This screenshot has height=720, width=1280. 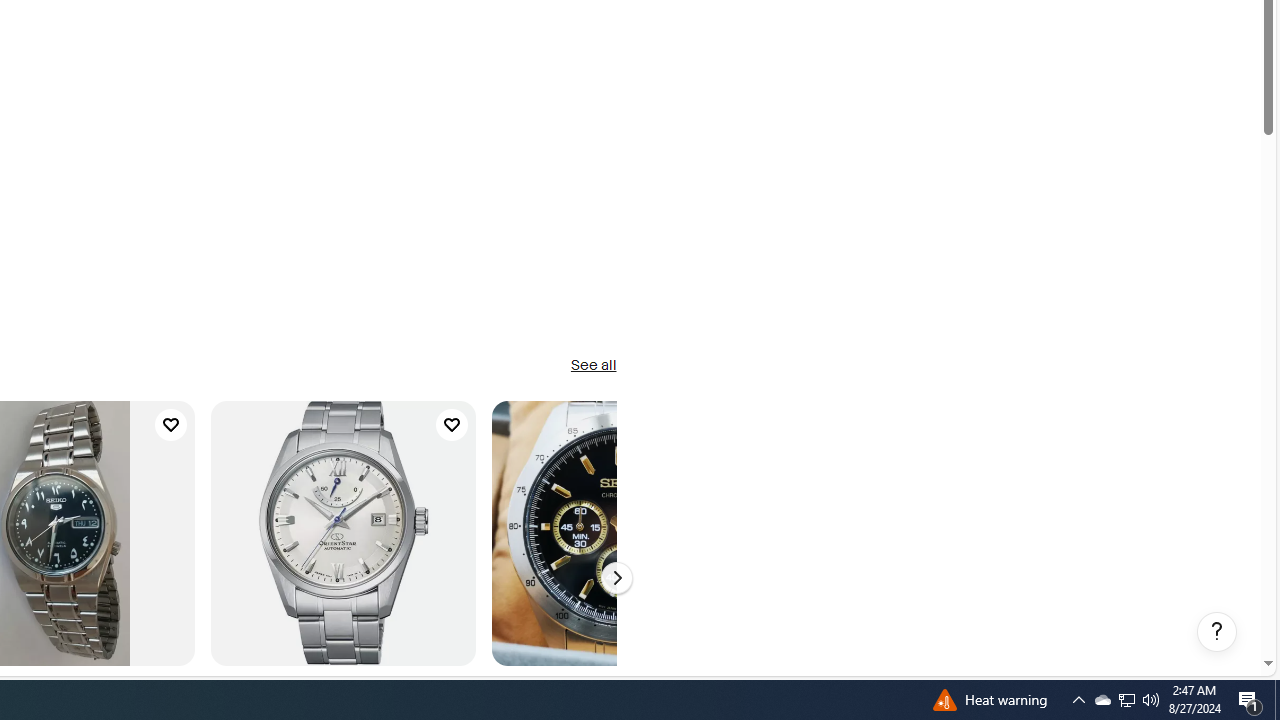 What do you see at coordinates (592, 366) in the screenshot?
I see `'See all'` at bounding box center [592, 366].